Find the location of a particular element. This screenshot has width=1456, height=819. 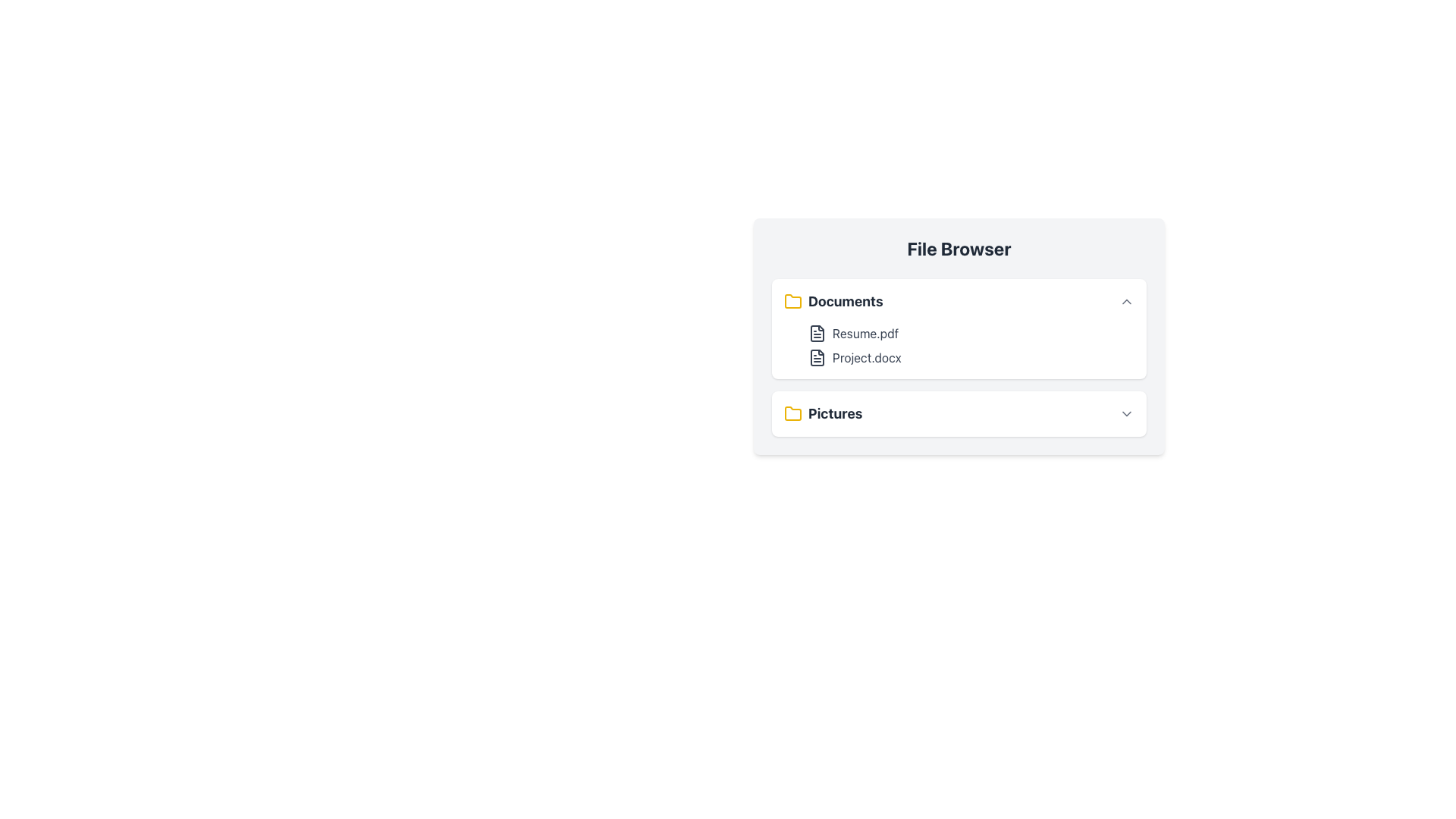

the bold text label displaying 'Pictures' located in the bottom section of the file browser interface is located at coordinates (834, 414).